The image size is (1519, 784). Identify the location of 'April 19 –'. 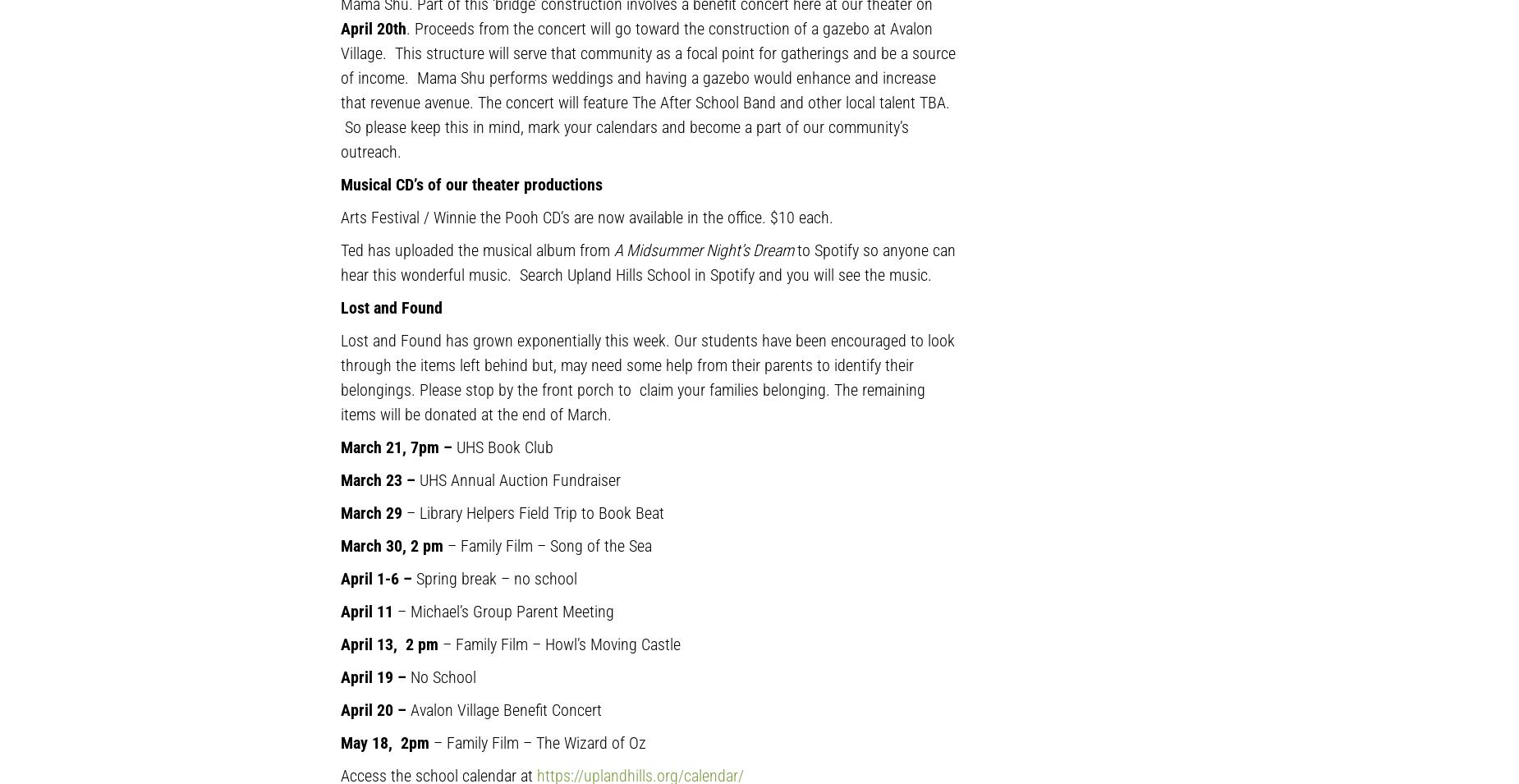
(372, 676).